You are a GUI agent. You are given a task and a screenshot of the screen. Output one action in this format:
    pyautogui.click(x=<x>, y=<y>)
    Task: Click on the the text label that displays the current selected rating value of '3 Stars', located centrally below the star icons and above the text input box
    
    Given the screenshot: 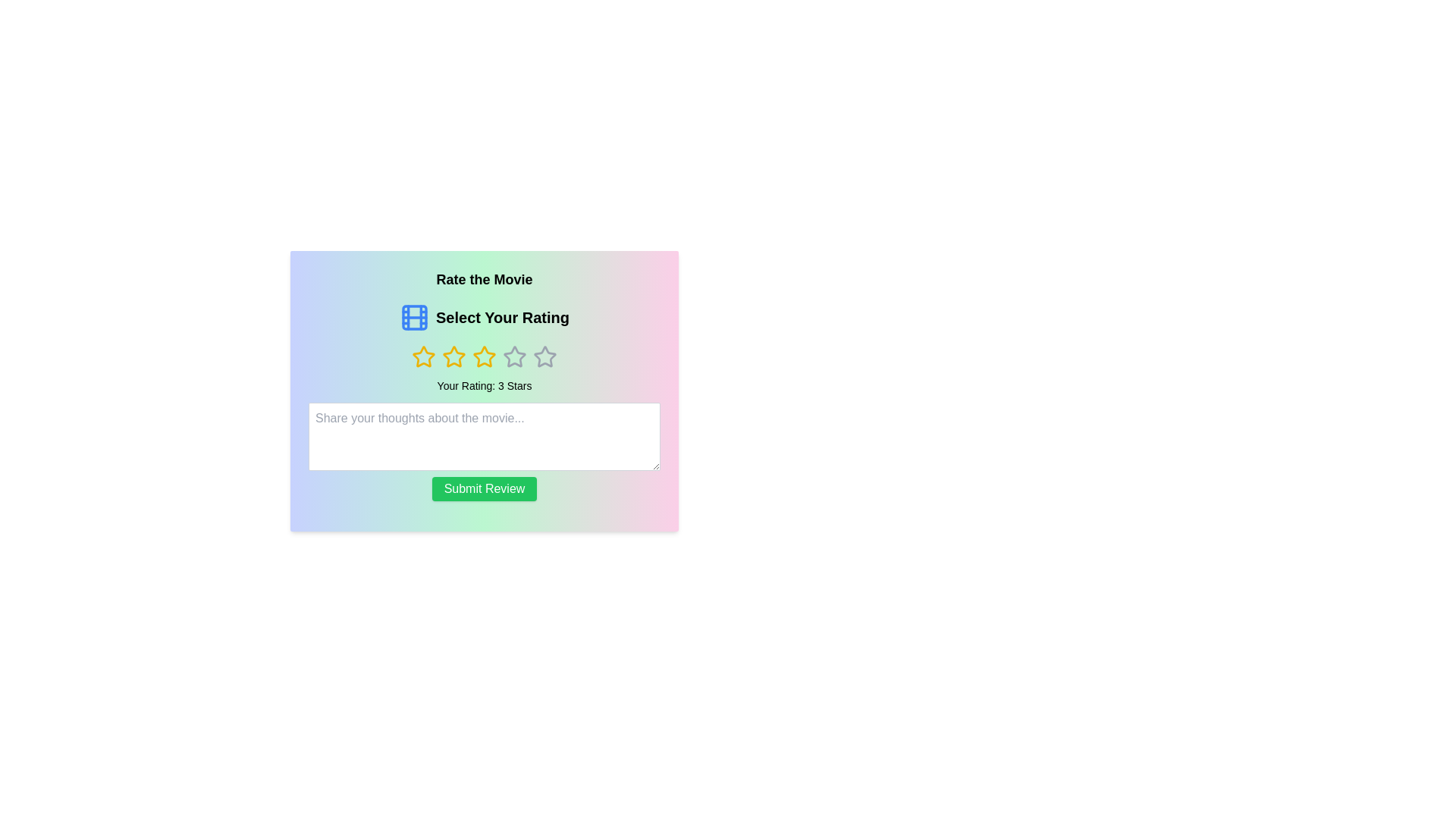 What is the action you would take?
    pyautogui.click(x=483, y=385)
    